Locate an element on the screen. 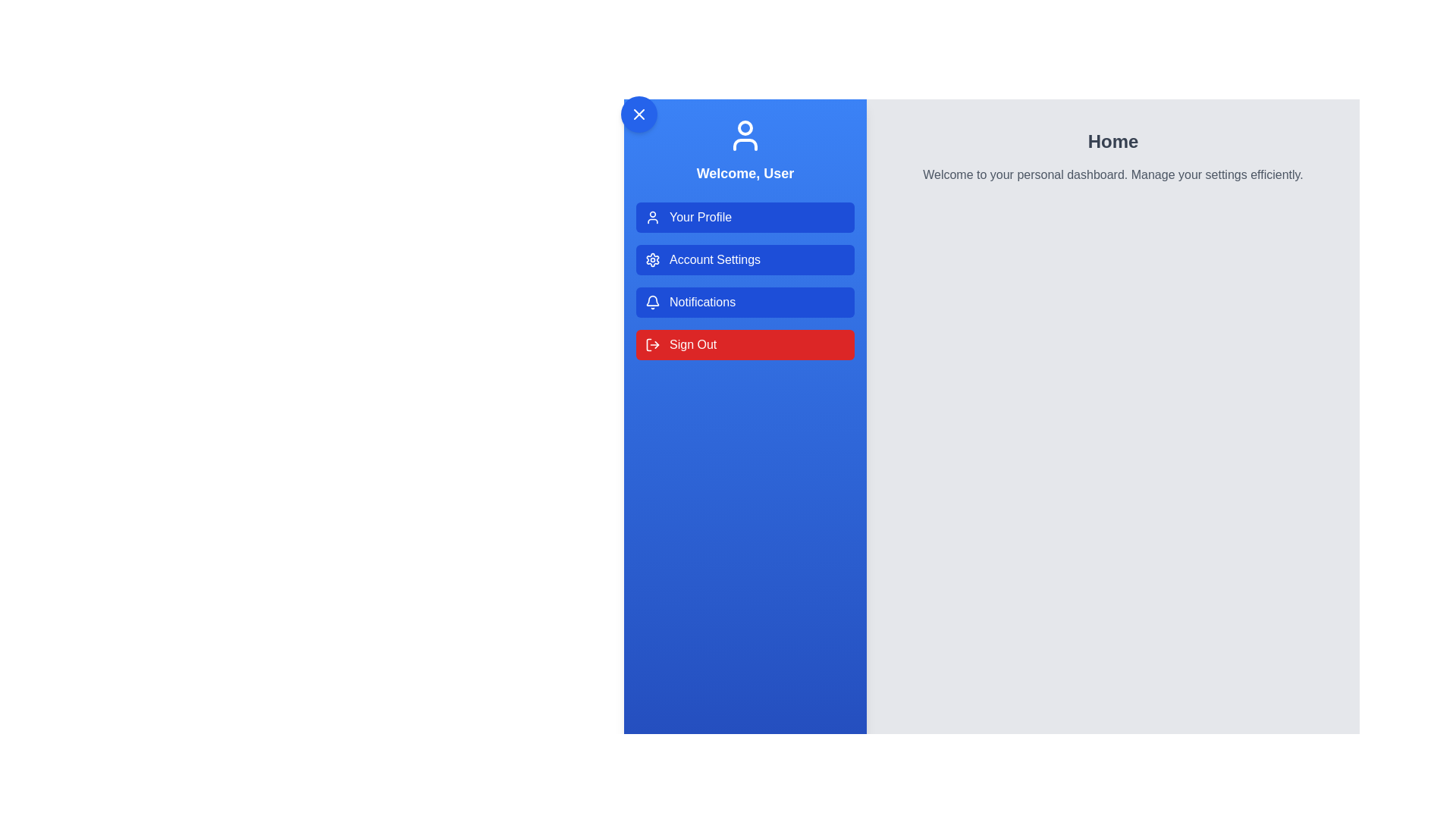  top-left button to toggle the drawer is located at coordinates (639, 113).